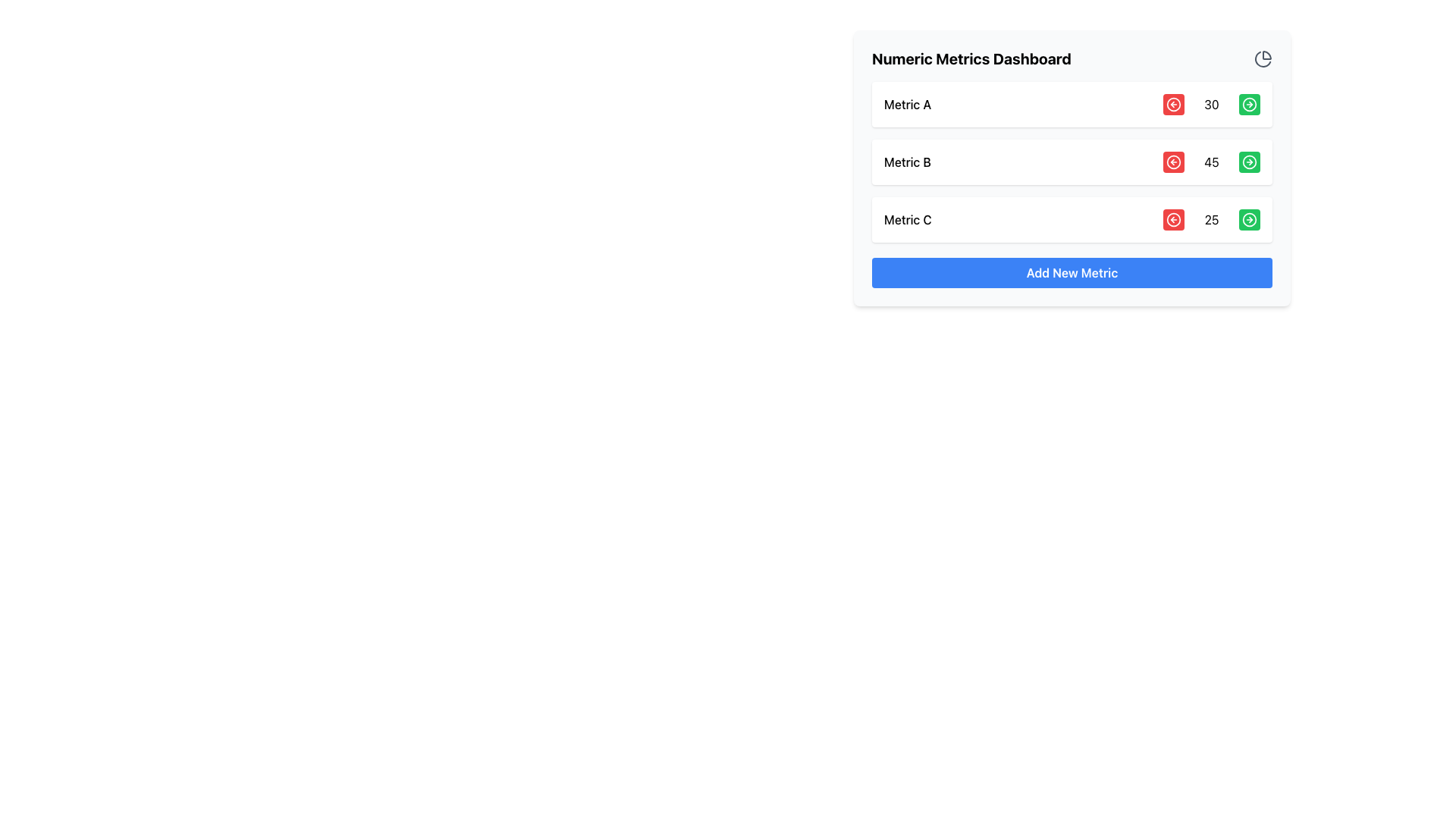  What do you see at coordinates (1173, 104) in the screenshot?
I see `the leftmost button in the first row of the Numeric Metrics Dashboard to decrement the numeric value associated with the row displaying the text '30'` at bounding box center [1173, 104].